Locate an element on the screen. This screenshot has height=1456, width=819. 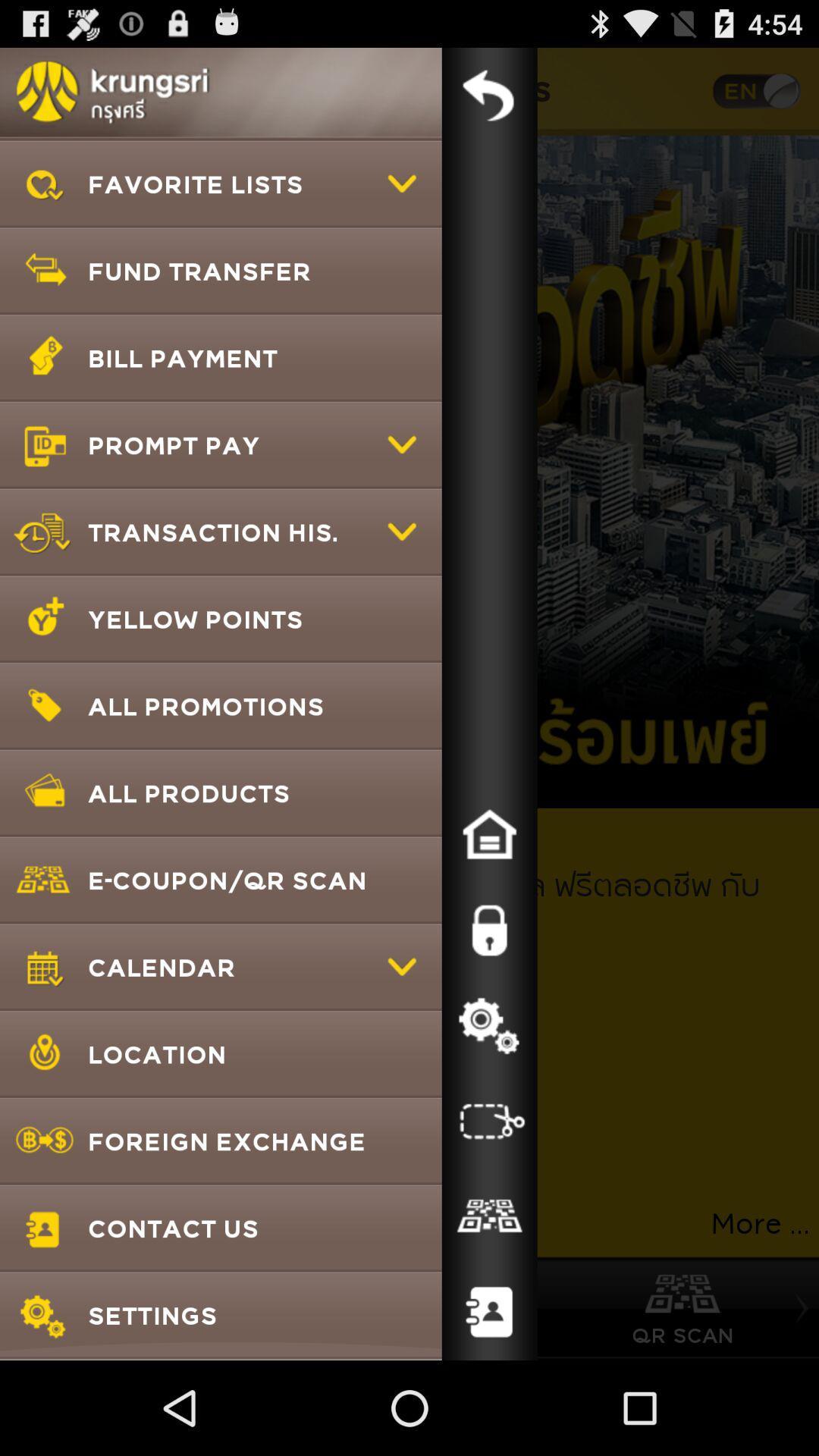
return home is located at coordinates (489, 833).